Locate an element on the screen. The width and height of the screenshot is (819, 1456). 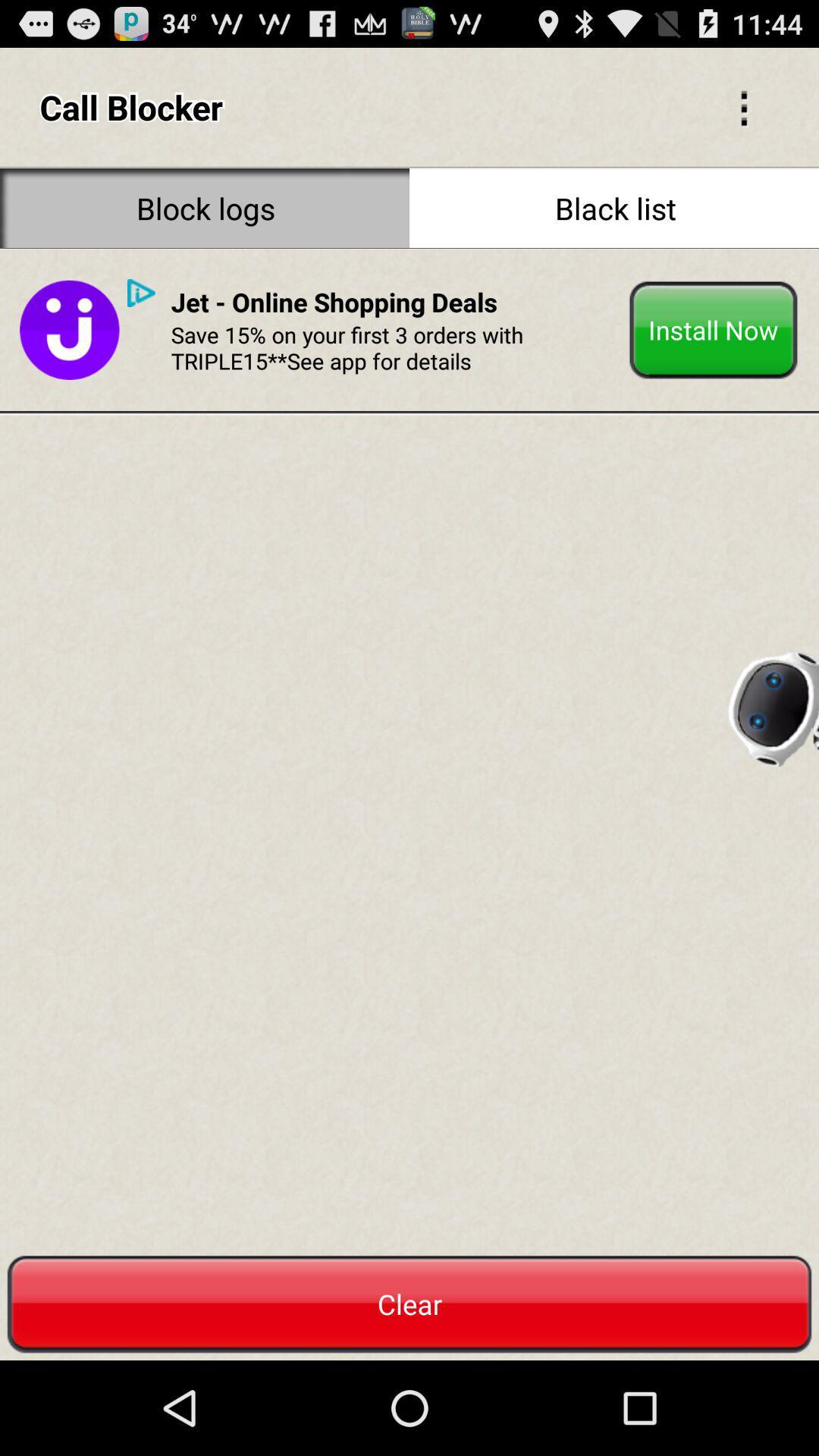
the item below the jet online shopping is located at coordinates (394, 347).